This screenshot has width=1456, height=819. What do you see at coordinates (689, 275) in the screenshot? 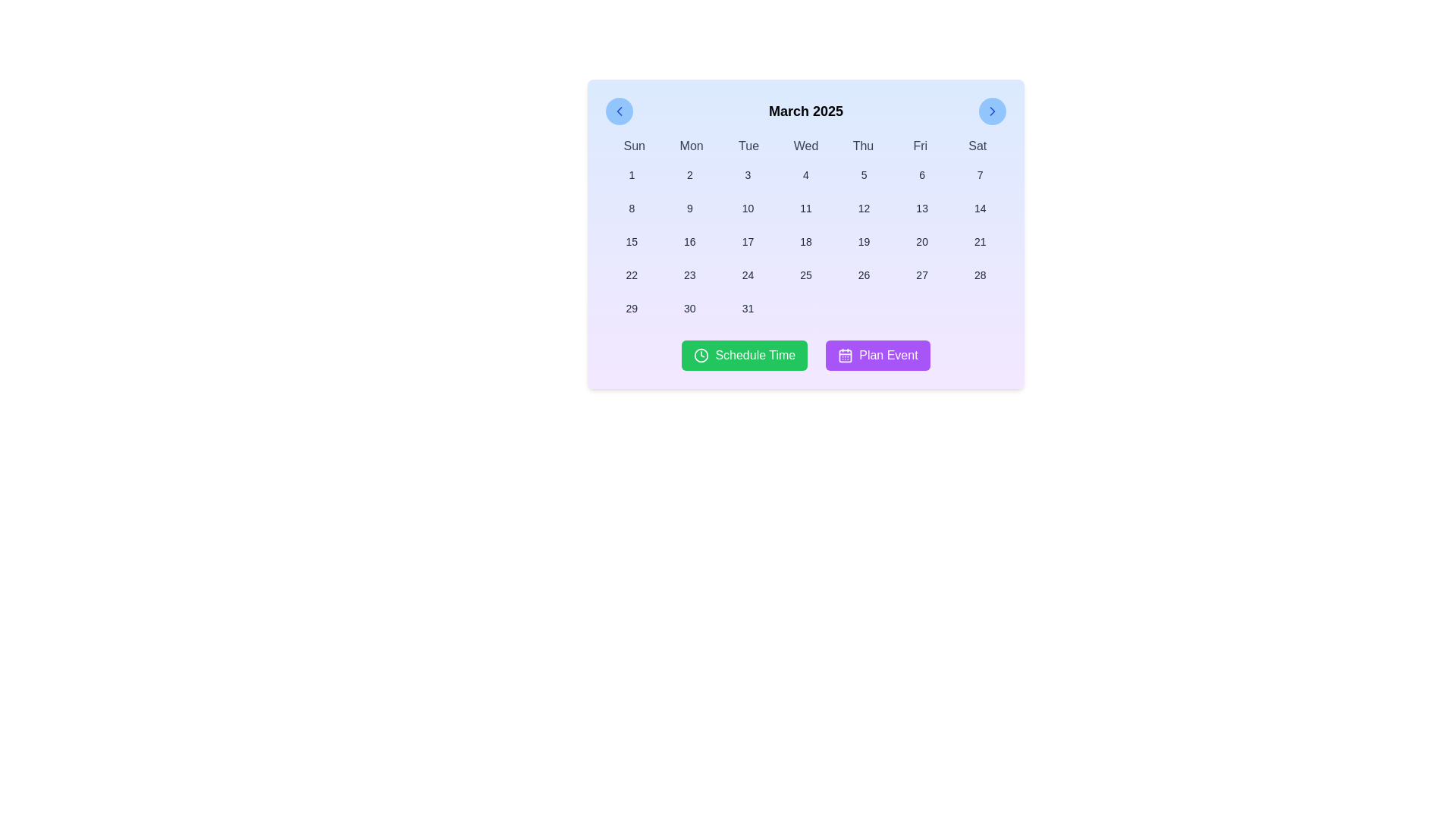
I see `the calendar date button located in the sixth row and third column` at bounding box center [689, 275].